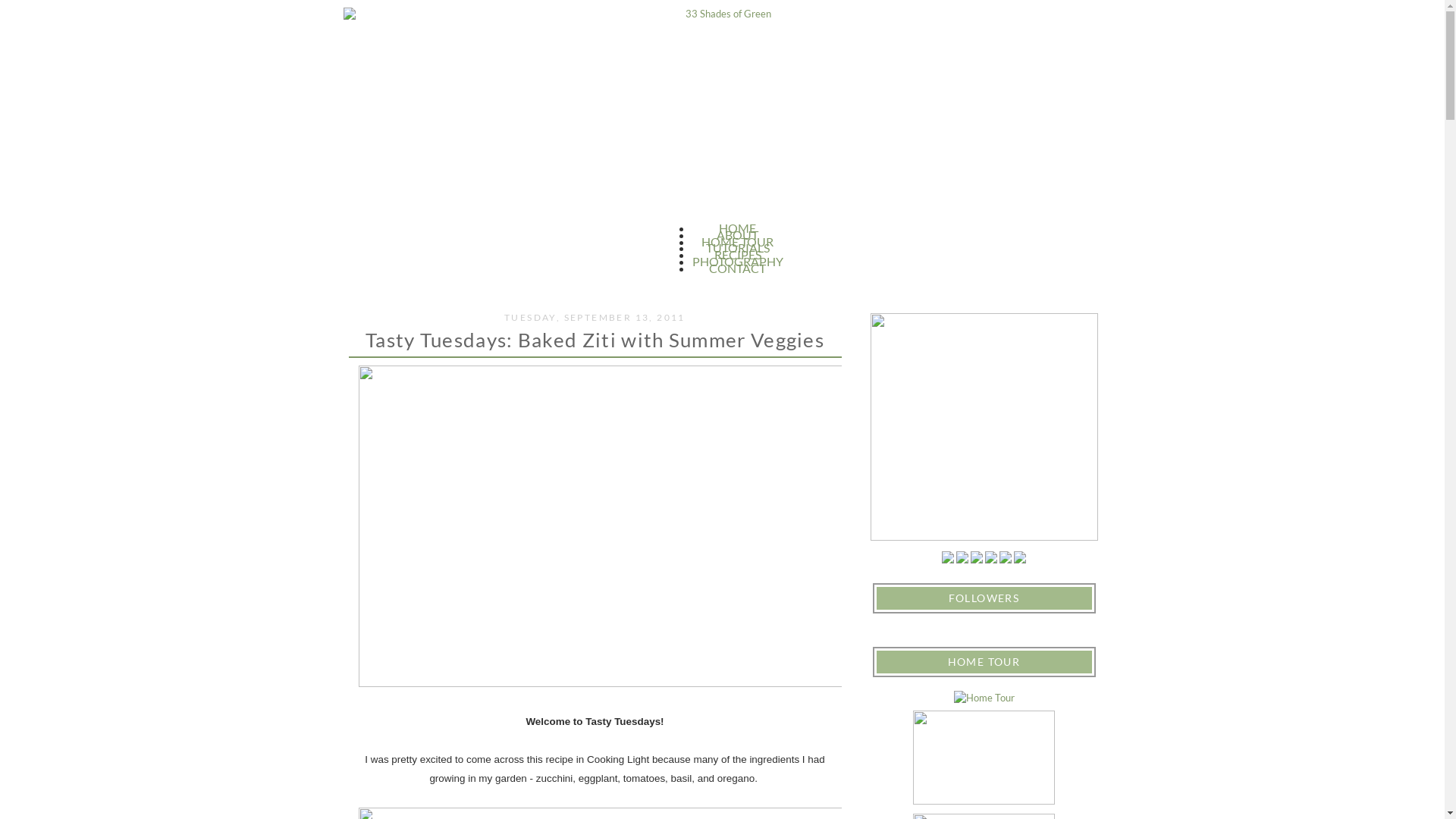 The image size is (1456, 819). What do you see at coordinates (736, 260) in the screenshot?
I see `'PHOTOGRAPHY'` at bounding box center [736, 260].